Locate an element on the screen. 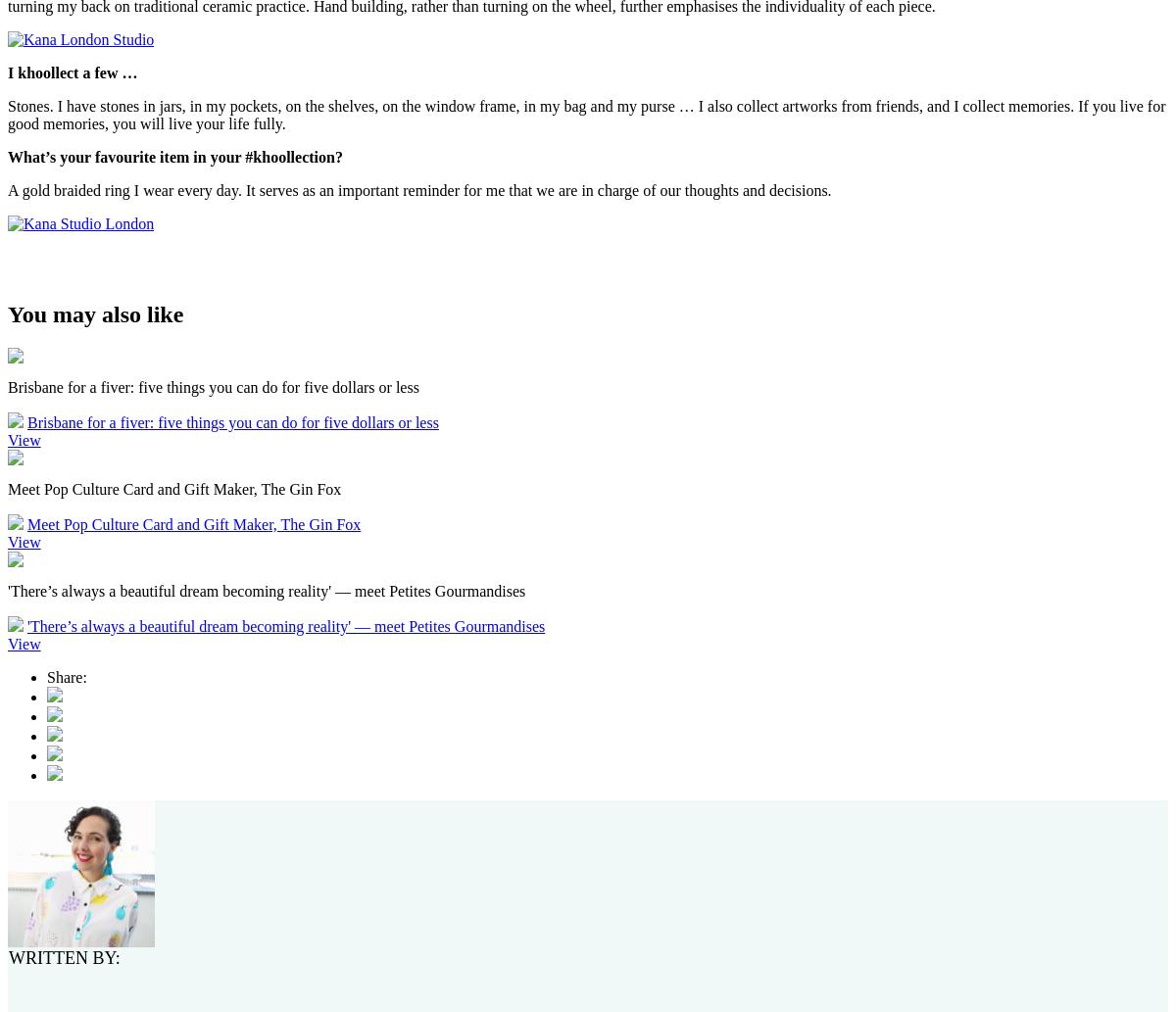 The height and width of the screenshot is (1012, 1176). 'A gold braided ring I wear every day. It serves as an important reminder for me that we are in charge of our thoughts and decisions.' is located at coordinates (419, 188).